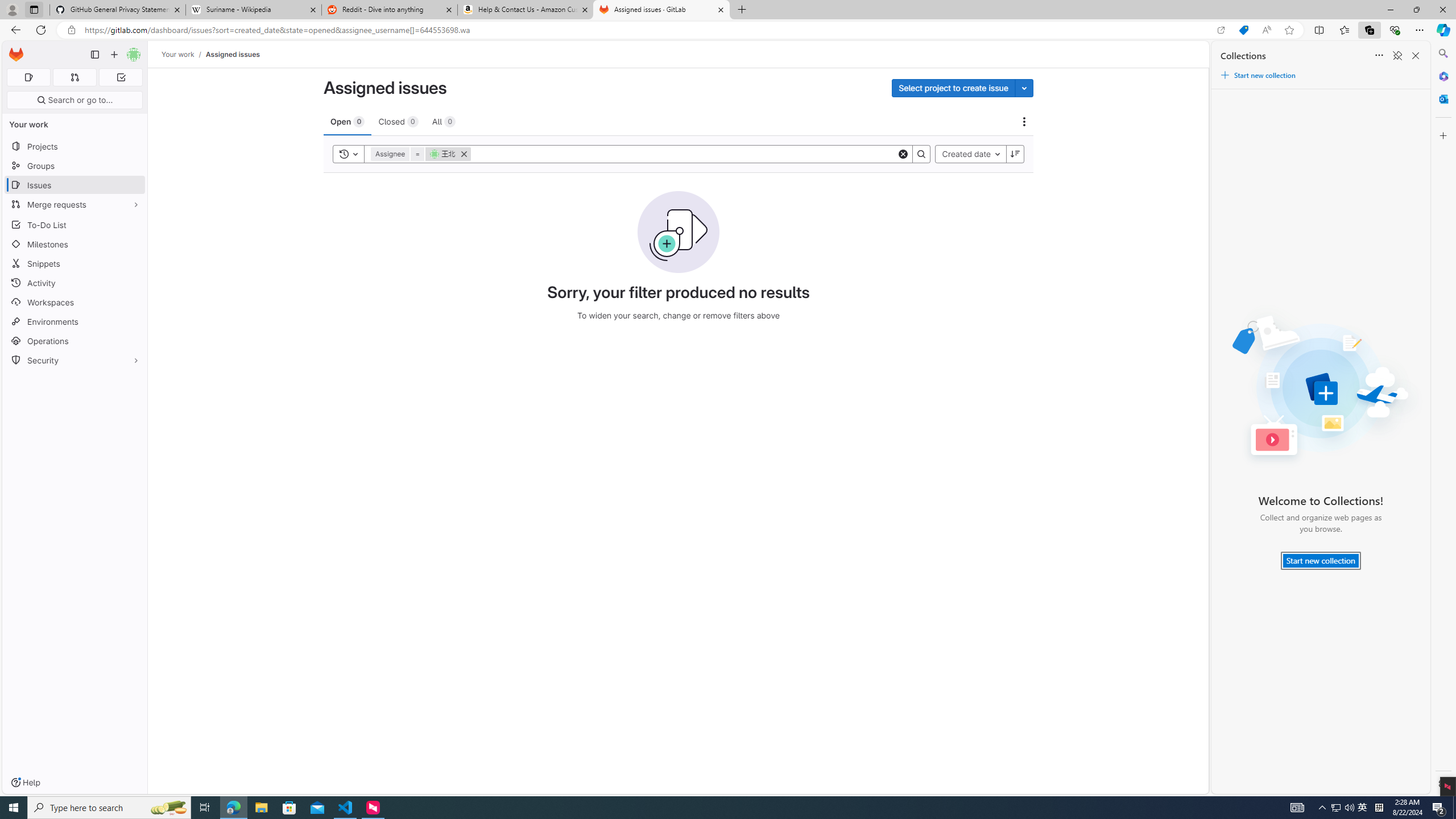  What do you see at coordinates (74, 321) in the screenshot?
I see `'Environments'` at bounding box center [74, 321].